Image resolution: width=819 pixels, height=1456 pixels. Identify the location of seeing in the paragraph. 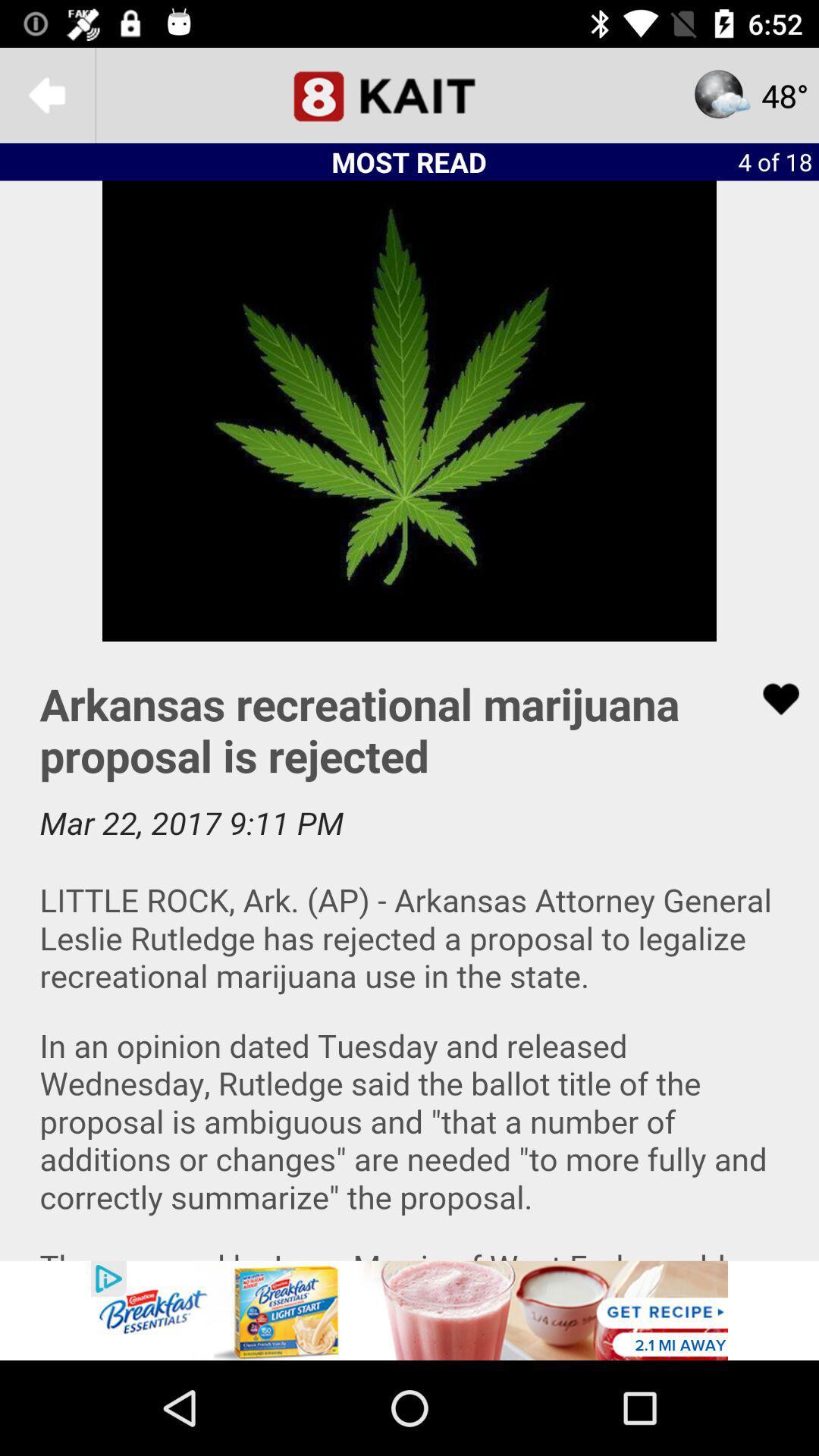
(409, 950).